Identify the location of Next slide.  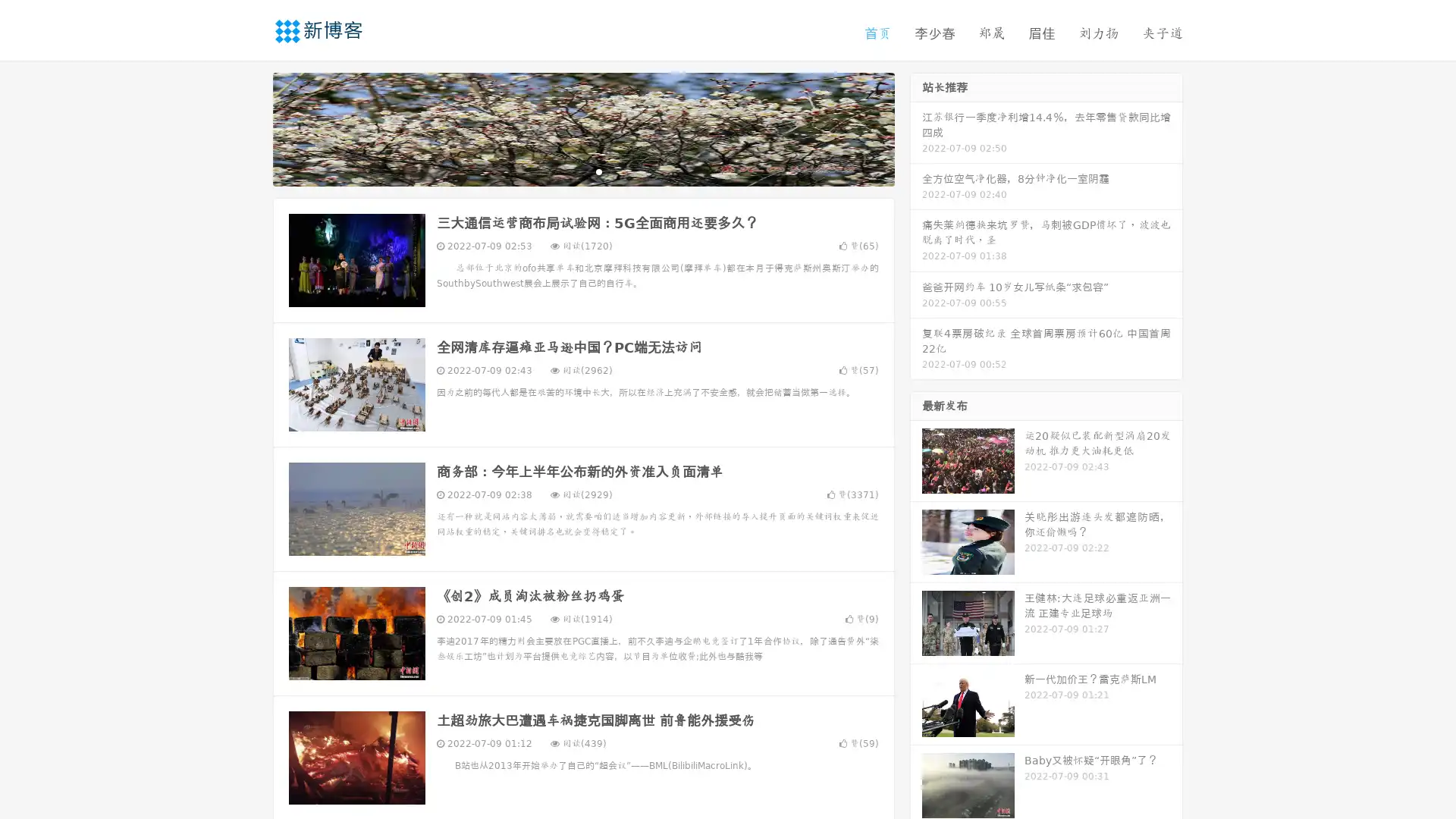
(916, 127).